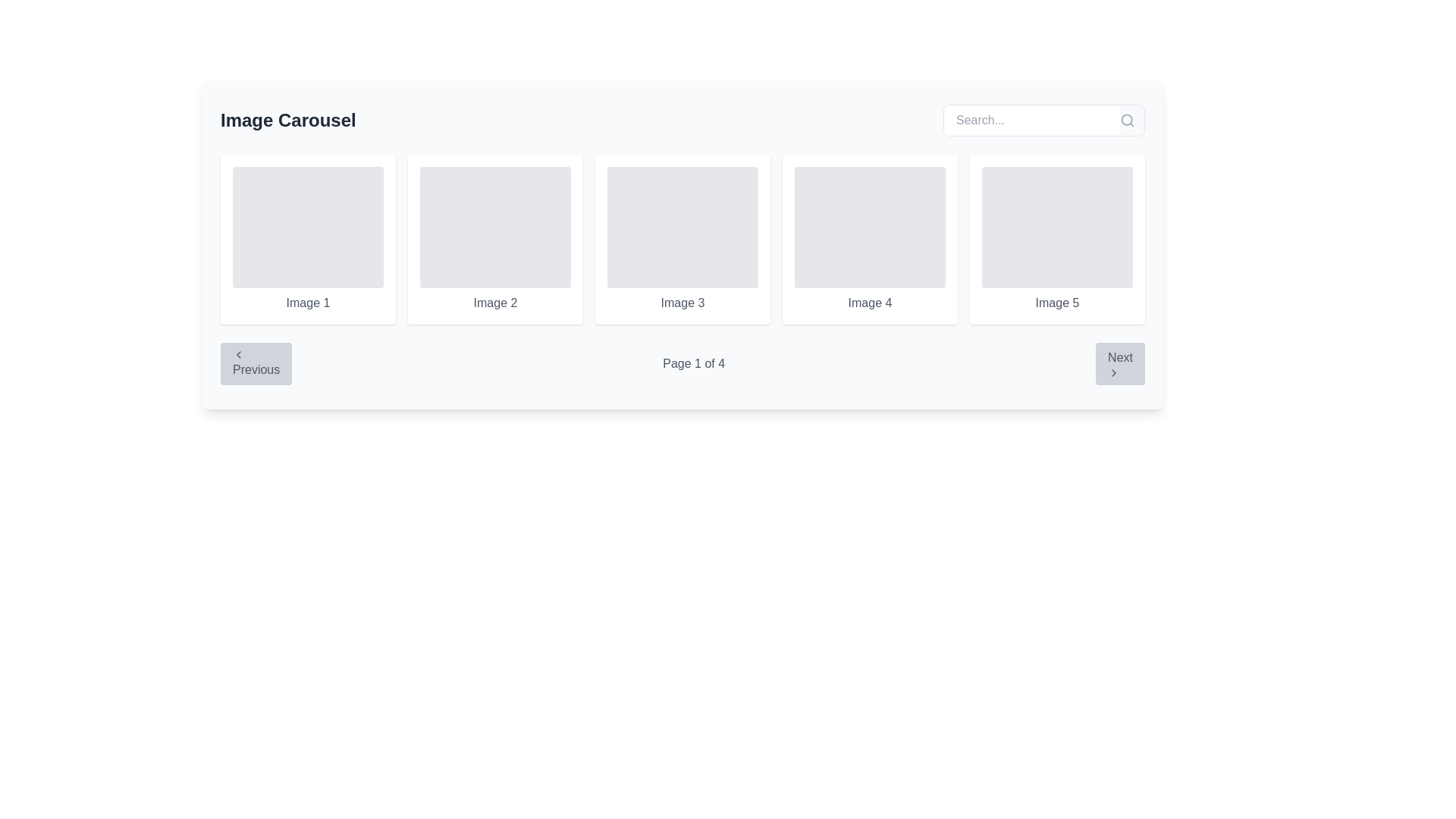 The width and height of the screenshot is (1456, 819). What do you see at coordinates (693, 363) in the screenshot?
I see `the textual indicator displaying 'Page 1 of 4', located centrally below the image carousel` at bounding box center [693, 363].